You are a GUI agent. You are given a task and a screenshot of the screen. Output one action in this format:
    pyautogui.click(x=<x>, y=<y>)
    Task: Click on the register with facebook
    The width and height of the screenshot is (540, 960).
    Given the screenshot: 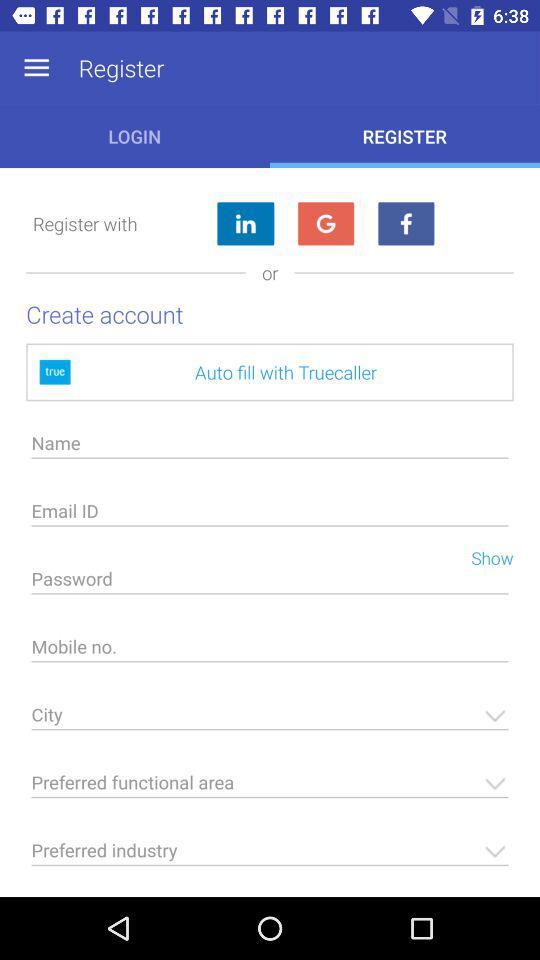 What is the action you would take?
    pyautogui.click(x=405, y=224)
    